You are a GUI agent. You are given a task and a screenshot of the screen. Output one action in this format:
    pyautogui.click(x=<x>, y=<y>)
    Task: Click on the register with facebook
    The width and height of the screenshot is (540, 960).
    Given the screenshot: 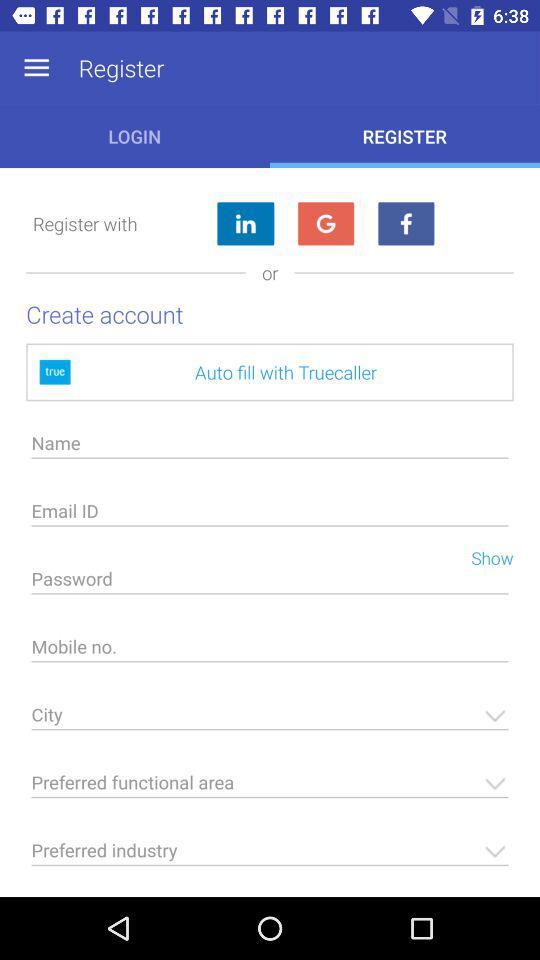 What is the action you would take?
    pyautogui.click(x=405, y=224)
    